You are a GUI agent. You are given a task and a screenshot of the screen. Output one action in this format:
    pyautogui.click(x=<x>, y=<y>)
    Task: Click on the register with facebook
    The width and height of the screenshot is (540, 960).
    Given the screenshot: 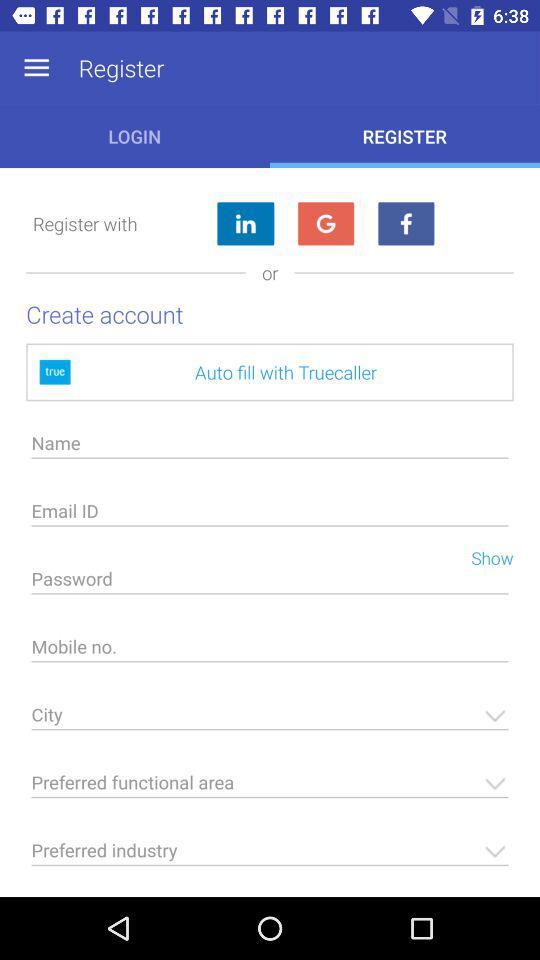 What is the action you would take?
    pyautogui.click(x=405, y=224)
    